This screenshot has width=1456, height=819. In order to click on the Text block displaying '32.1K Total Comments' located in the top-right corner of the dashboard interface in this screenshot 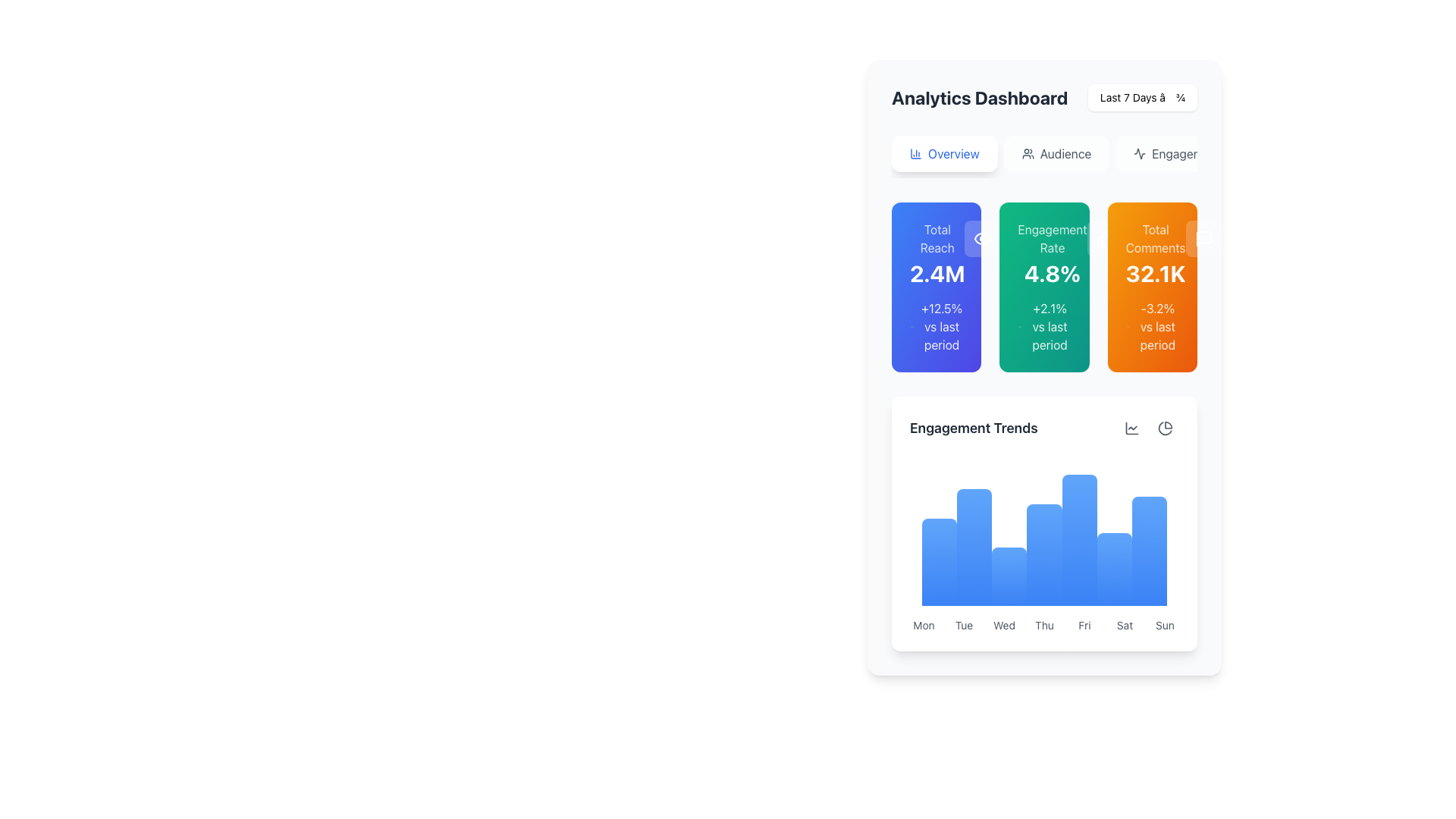, I will do `click(1152, 253)`.